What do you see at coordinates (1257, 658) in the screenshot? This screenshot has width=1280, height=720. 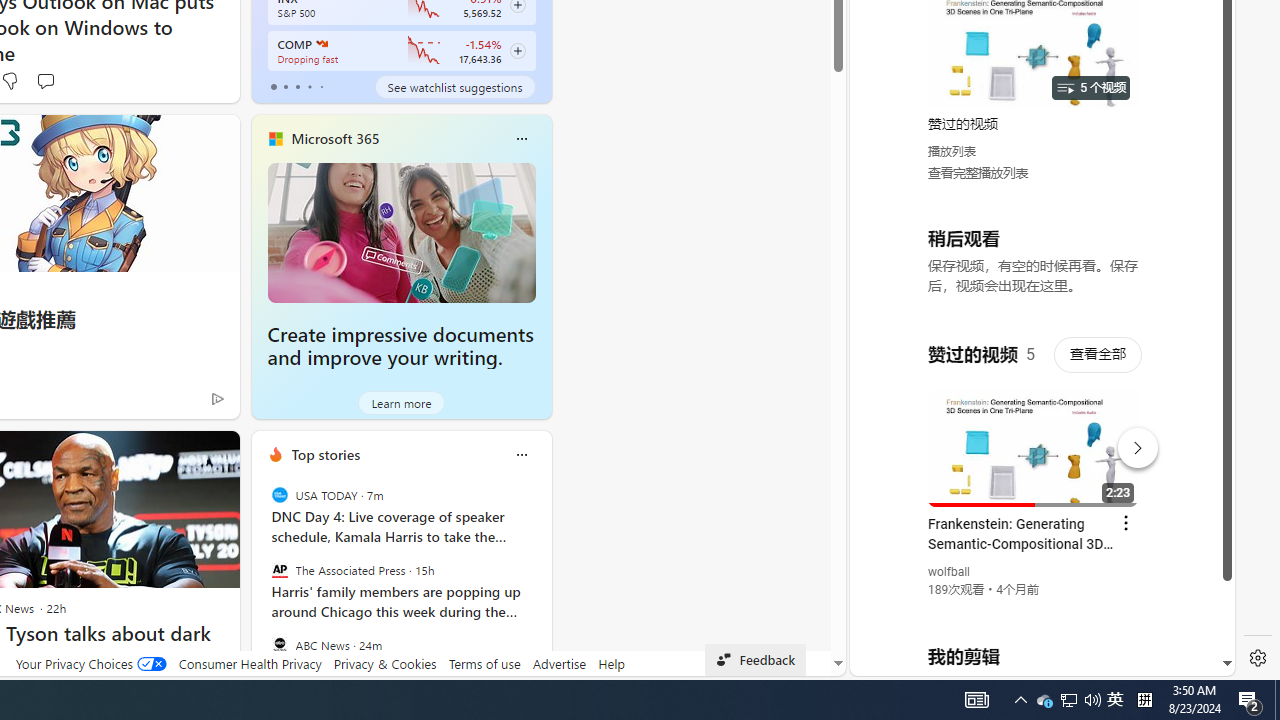 I see `'Settings'` at bounding box center [1257, 658].